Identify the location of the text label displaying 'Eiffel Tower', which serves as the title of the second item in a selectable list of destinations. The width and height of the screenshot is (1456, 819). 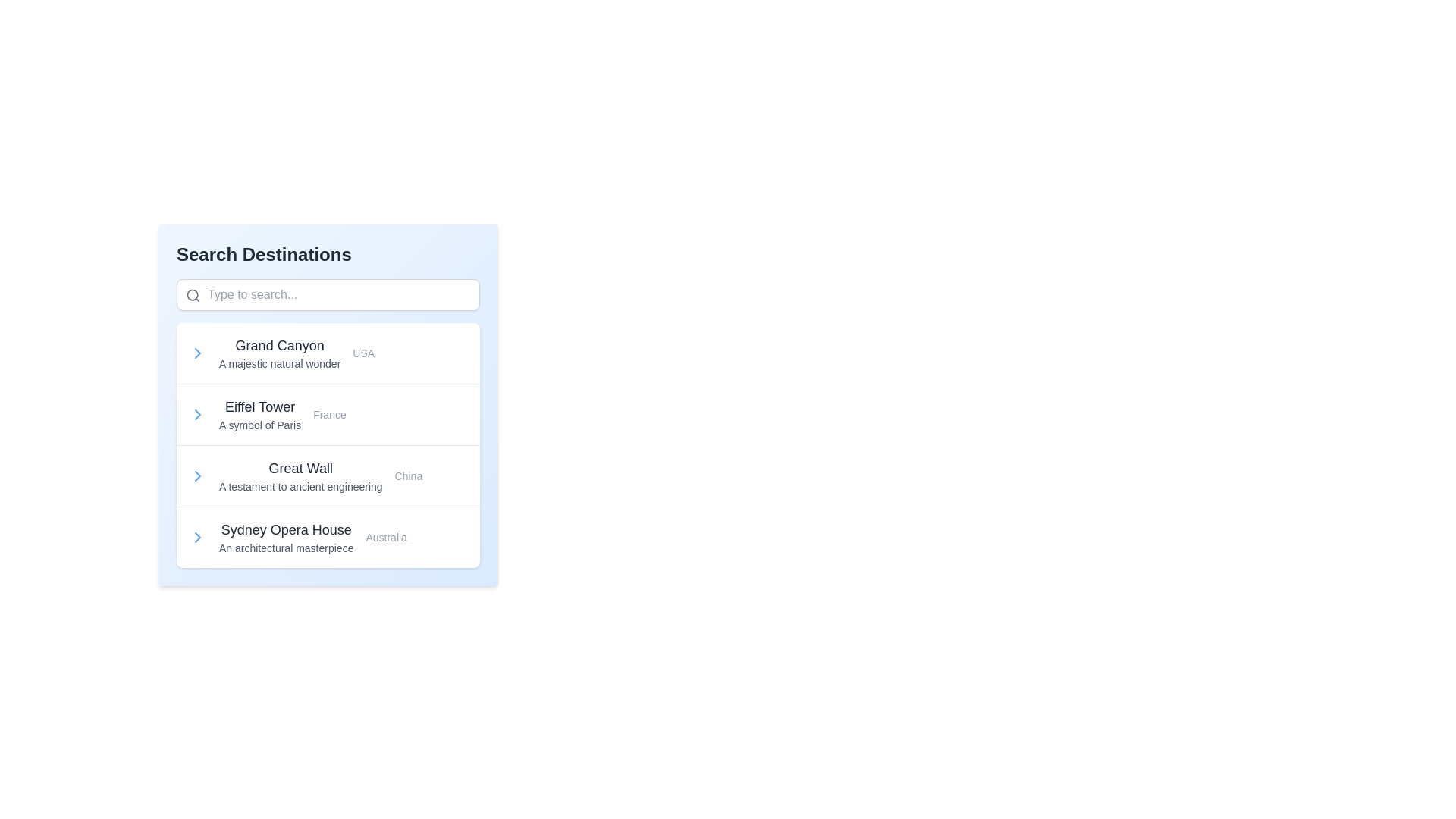
(260, 406).